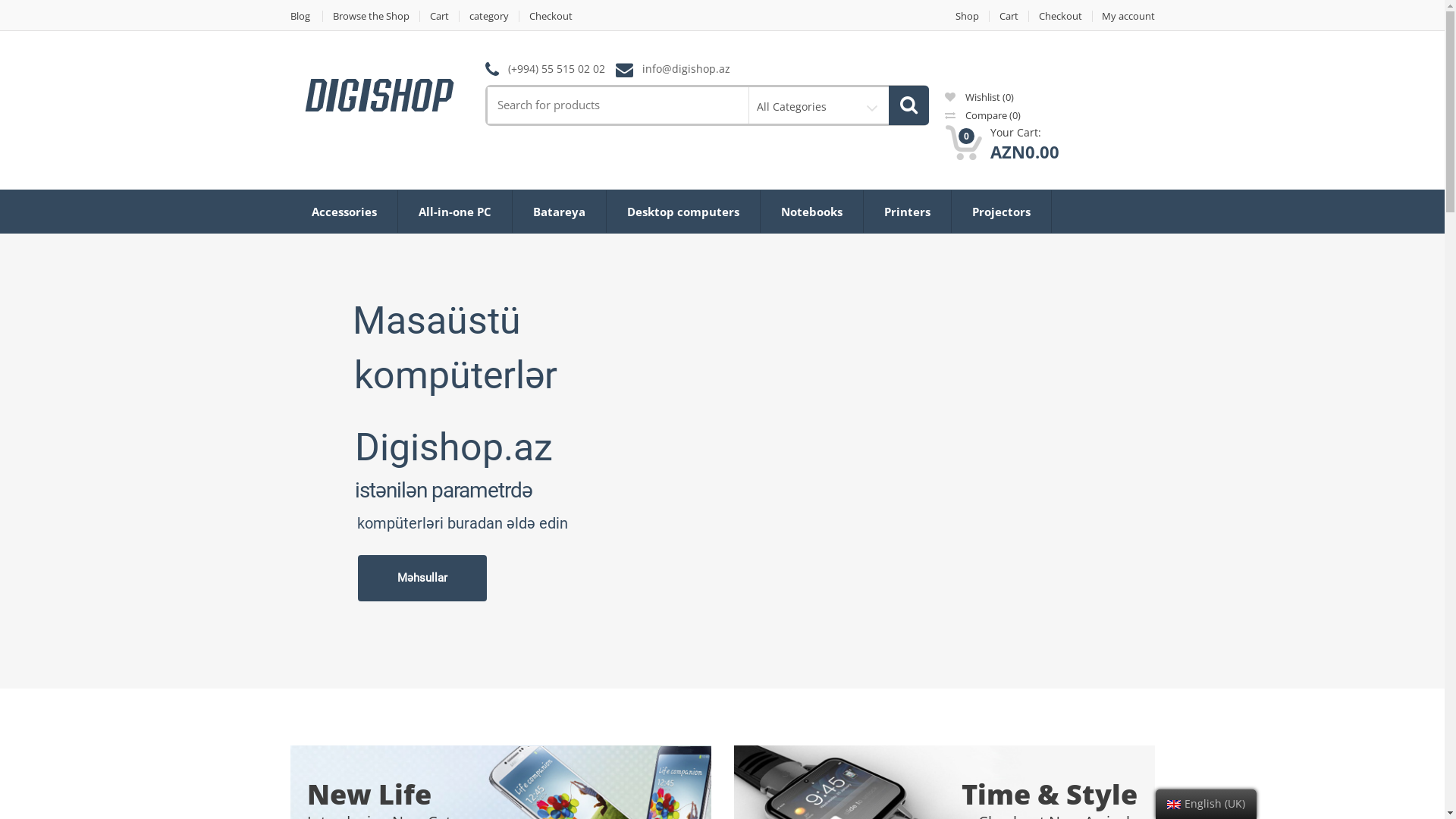 This screenshot has width=1456, height=819. Describe the element at coordinates (453, 211) in the screenshot. I see `'All-in-one PC'` at that location.